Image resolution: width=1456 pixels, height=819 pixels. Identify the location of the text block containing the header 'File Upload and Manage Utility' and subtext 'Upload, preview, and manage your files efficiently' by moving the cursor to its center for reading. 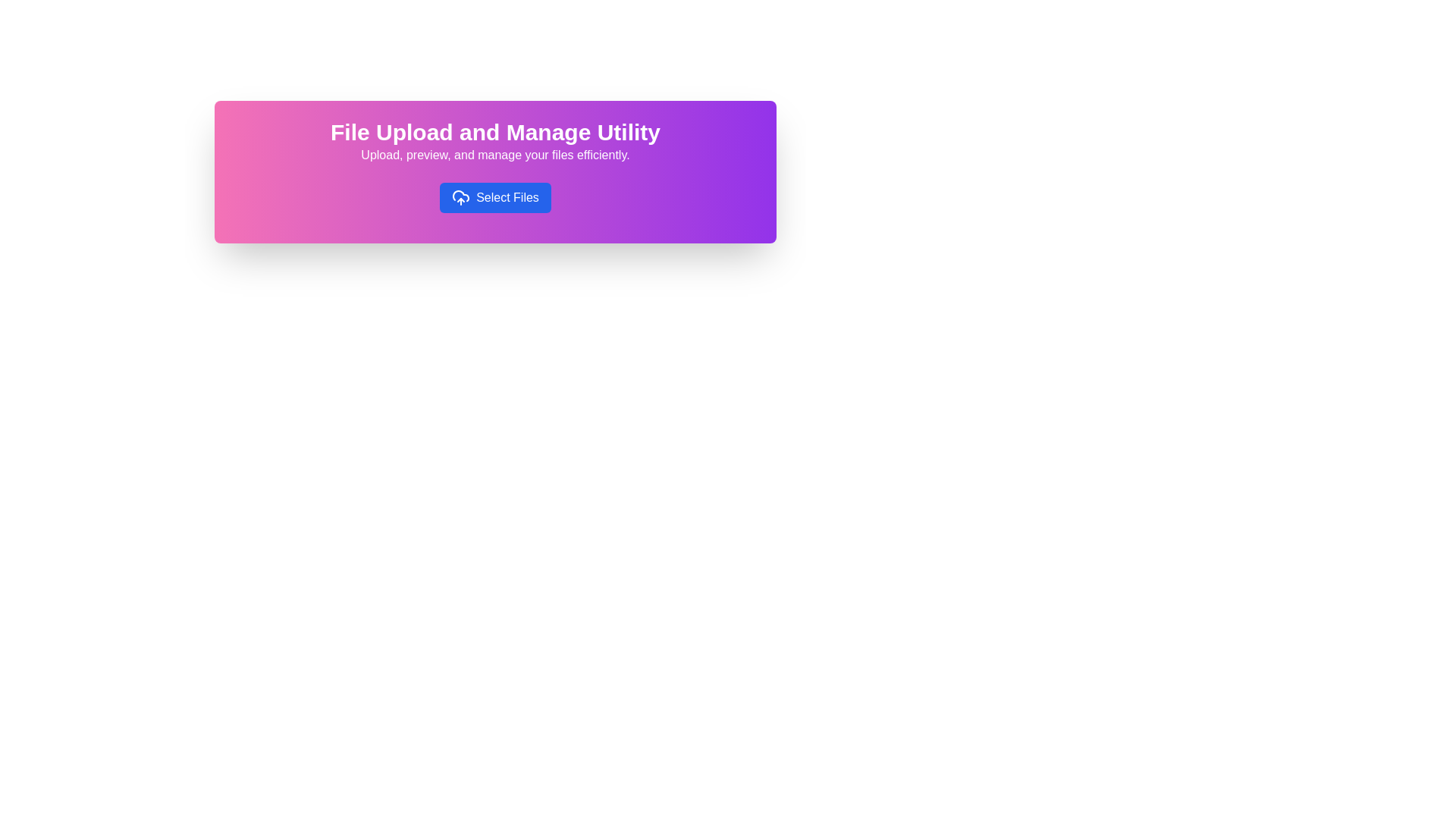
(495, 141).